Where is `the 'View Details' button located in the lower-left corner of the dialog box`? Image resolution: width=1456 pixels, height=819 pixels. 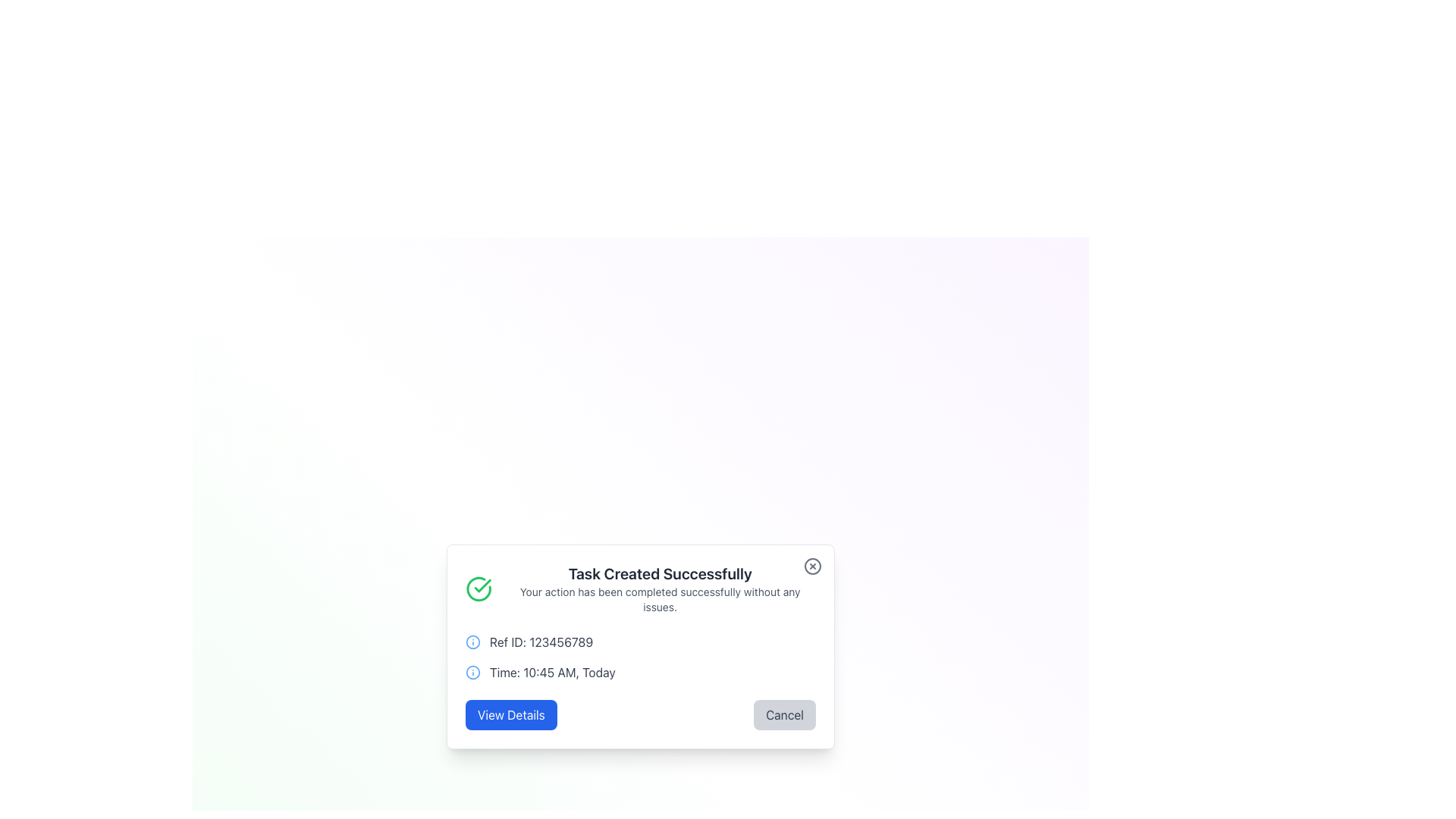
the 'View Details' button located in the lower-left corner of the dialog box is located at coordinates (511, 714).